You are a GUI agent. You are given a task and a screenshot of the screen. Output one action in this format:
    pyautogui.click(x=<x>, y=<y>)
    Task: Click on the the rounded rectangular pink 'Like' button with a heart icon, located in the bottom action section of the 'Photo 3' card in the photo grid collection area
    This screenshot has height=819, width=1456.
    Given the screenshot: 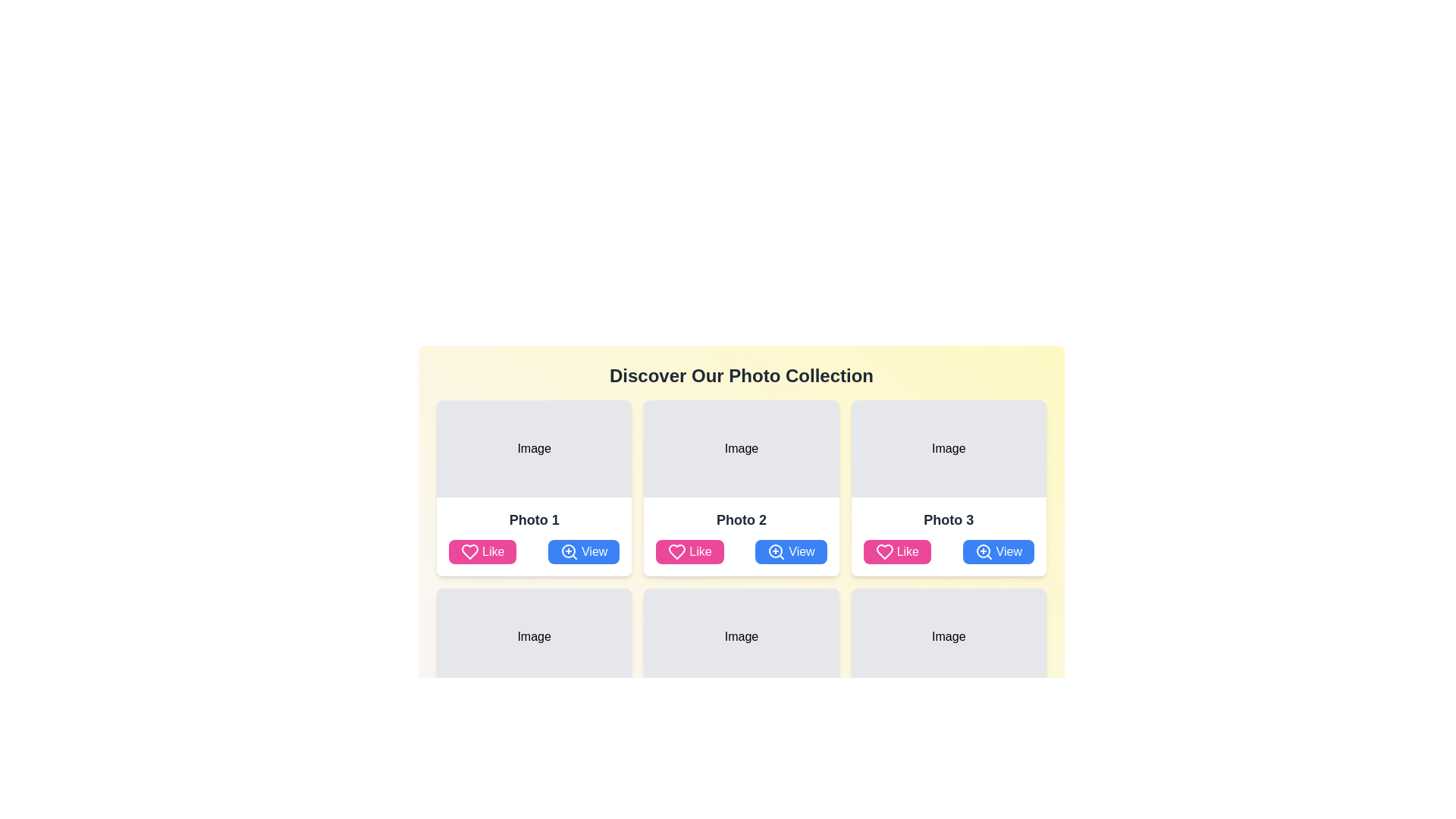 What is the action you would take?
    pyautogui.click(x=897, y=552)
    